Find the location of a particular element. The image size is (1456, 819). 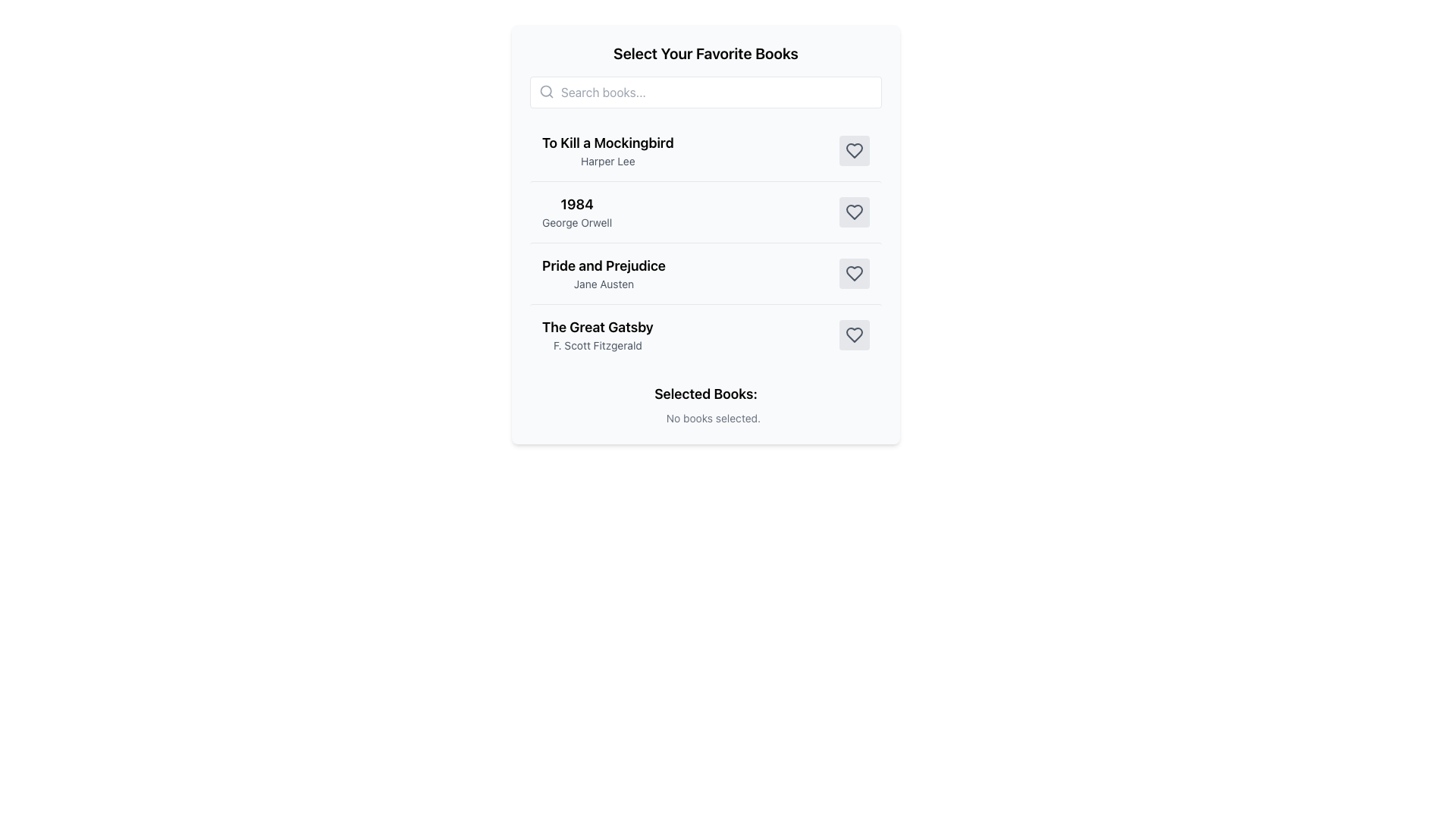

the heart-shaped button outlined in dark gray, located to the right of the text 'The Great Gatsby', to mark it as selected is located at coordinates (855, 334).